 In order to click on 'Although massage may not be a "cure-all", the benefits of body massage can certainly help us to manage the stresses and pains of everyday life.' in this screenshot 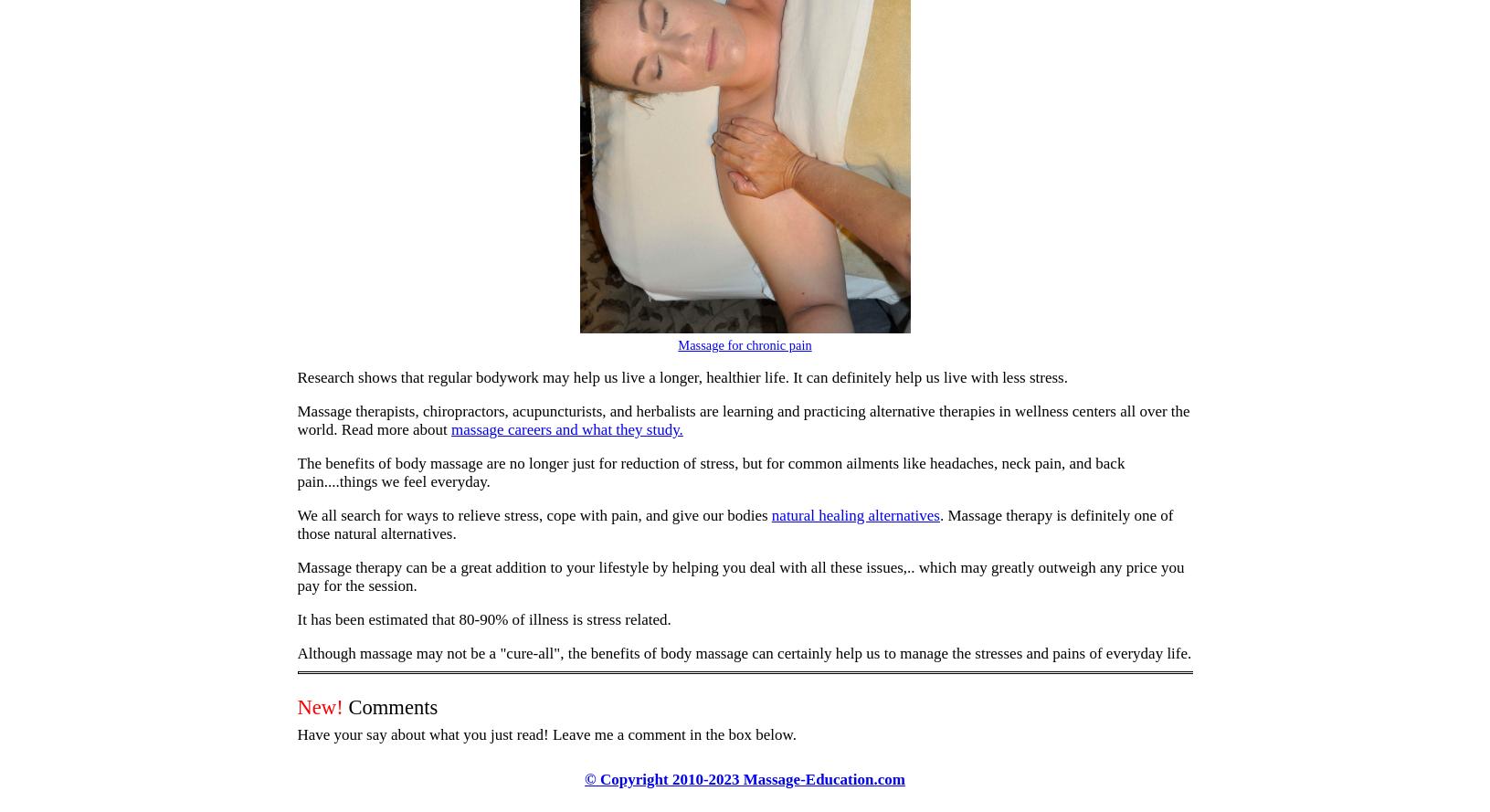, I will do `click(296, 652)`.